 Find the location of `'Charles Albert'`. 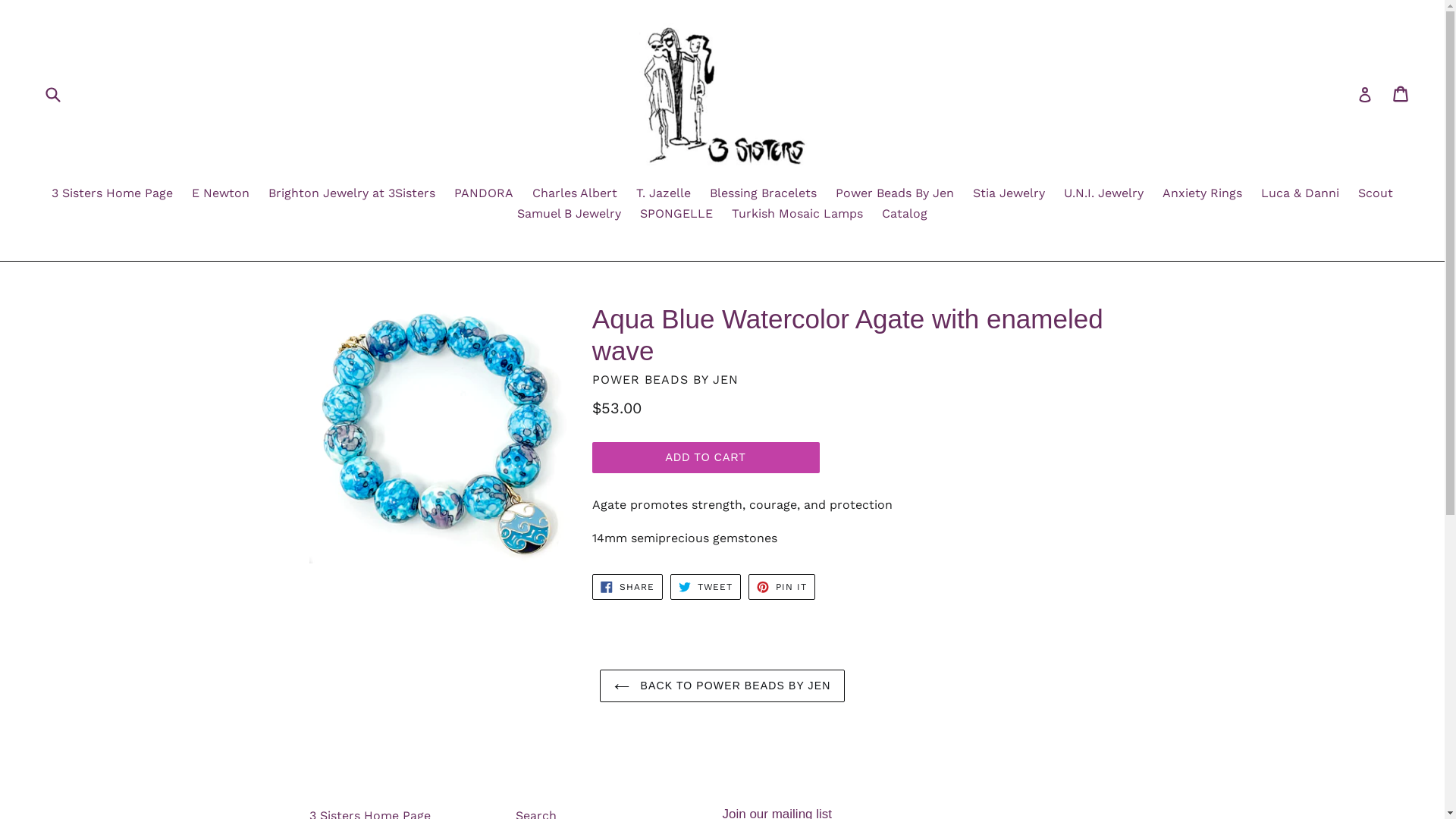

'Charles Albert' is located at coordinates (574, 193).